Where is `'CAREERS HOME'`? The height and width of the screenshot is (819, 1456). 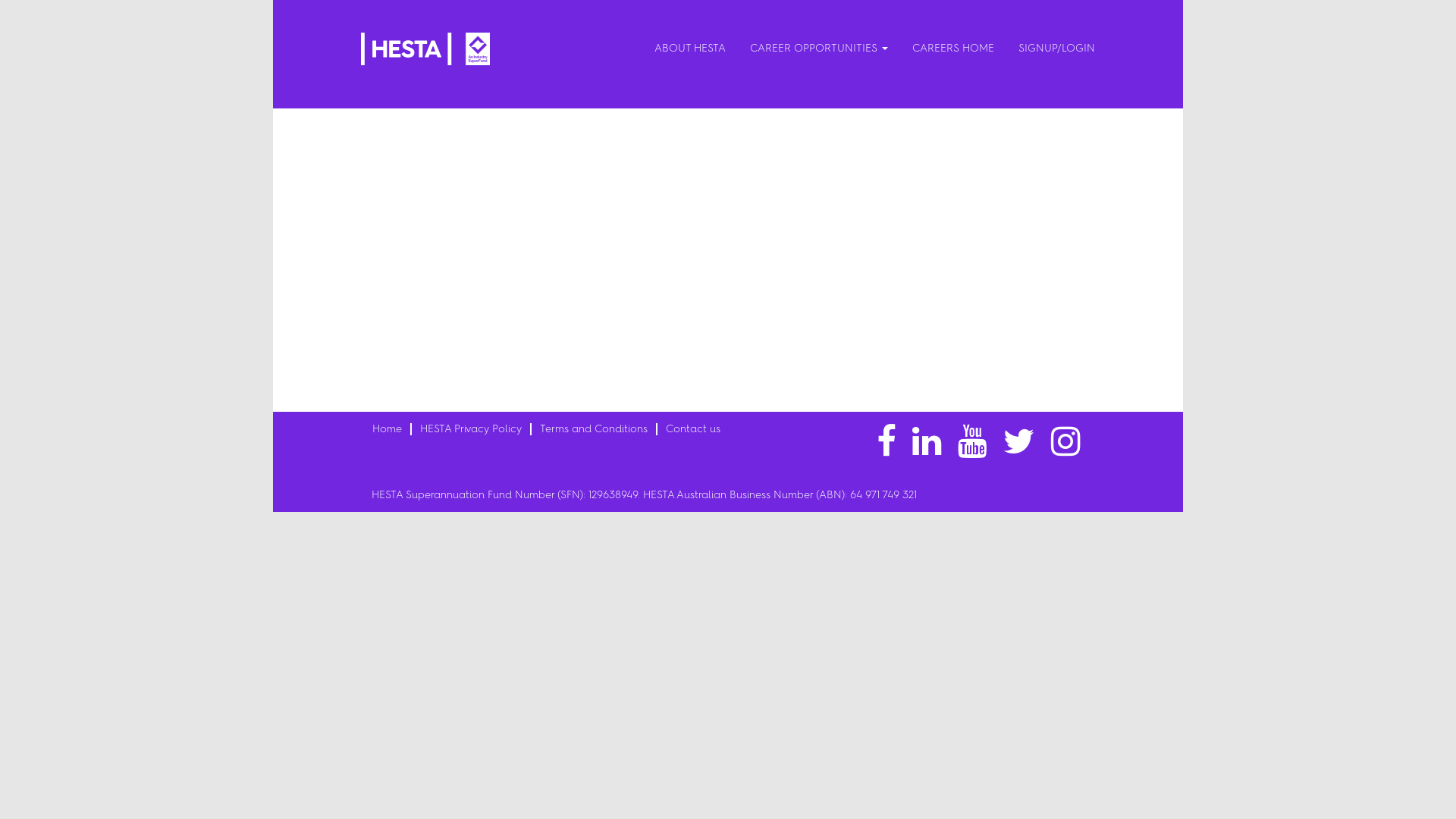 'CAREERS HOME' is located at coordinates (910, 46).